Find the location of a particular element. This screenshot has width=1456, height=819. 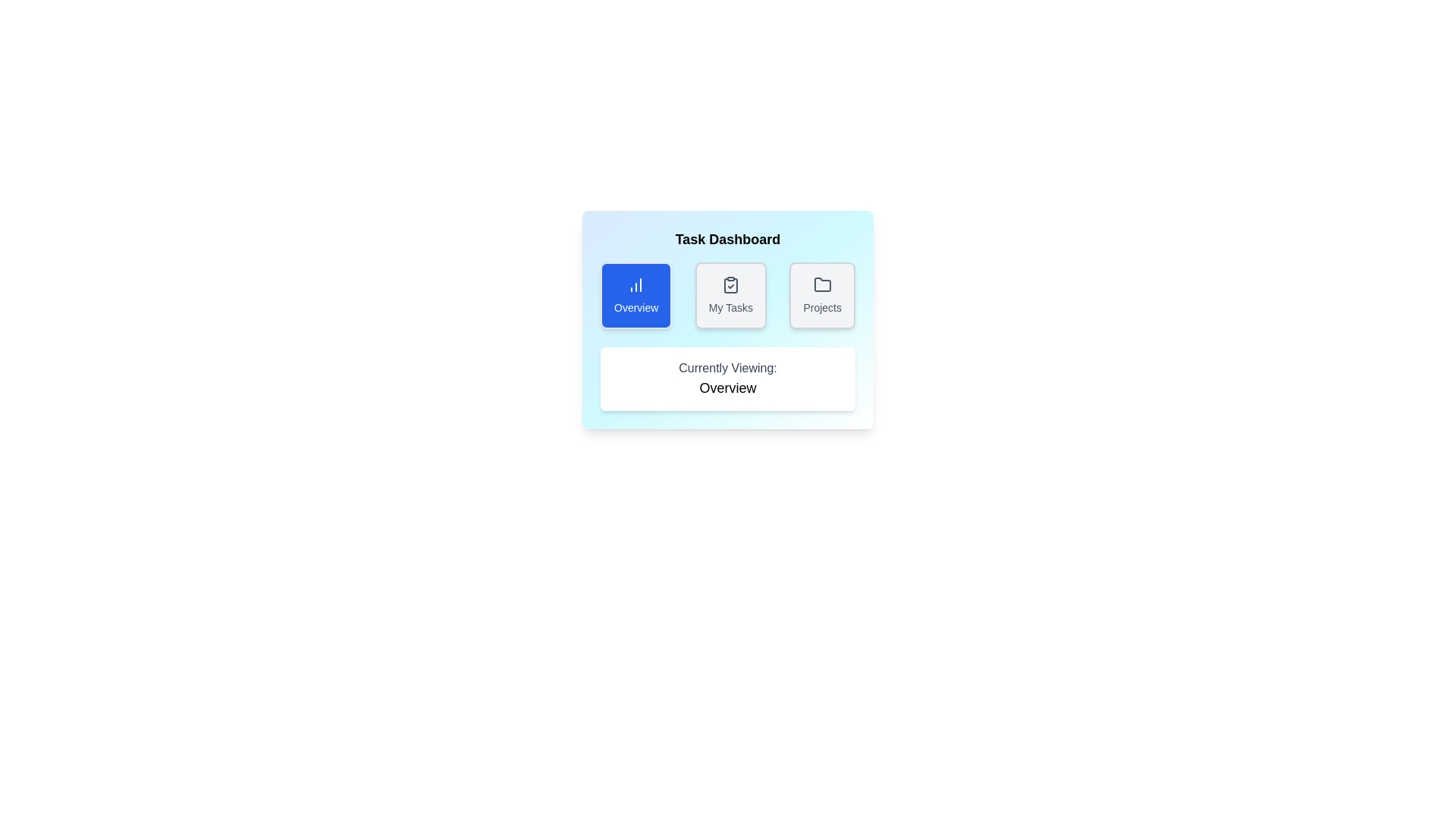

the My Tasks tab to view its content is located at coordinates (730, 295).